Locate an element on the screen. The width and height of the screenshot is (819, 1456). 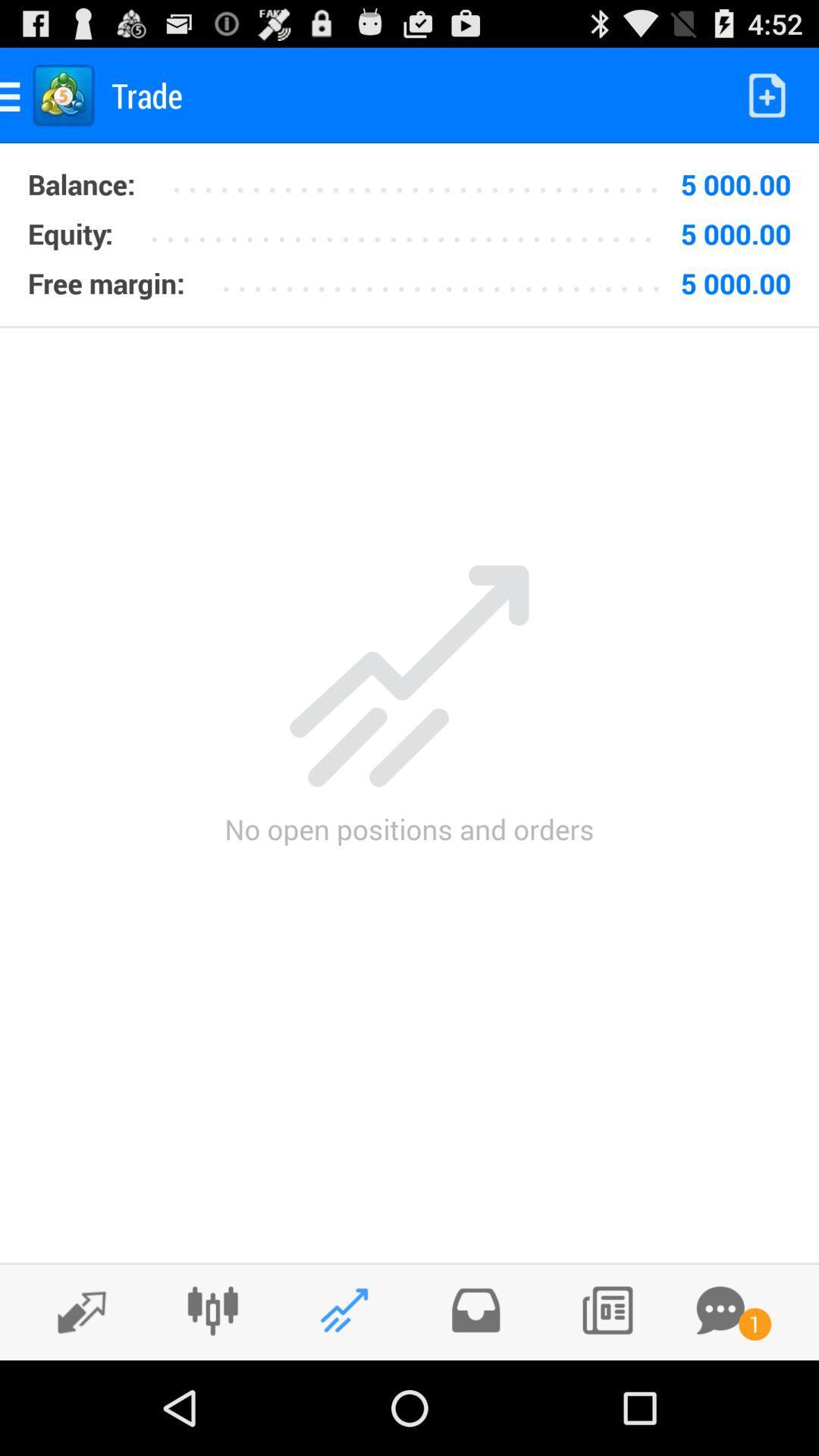
the edit icon is located at coordinates (74, 1402).